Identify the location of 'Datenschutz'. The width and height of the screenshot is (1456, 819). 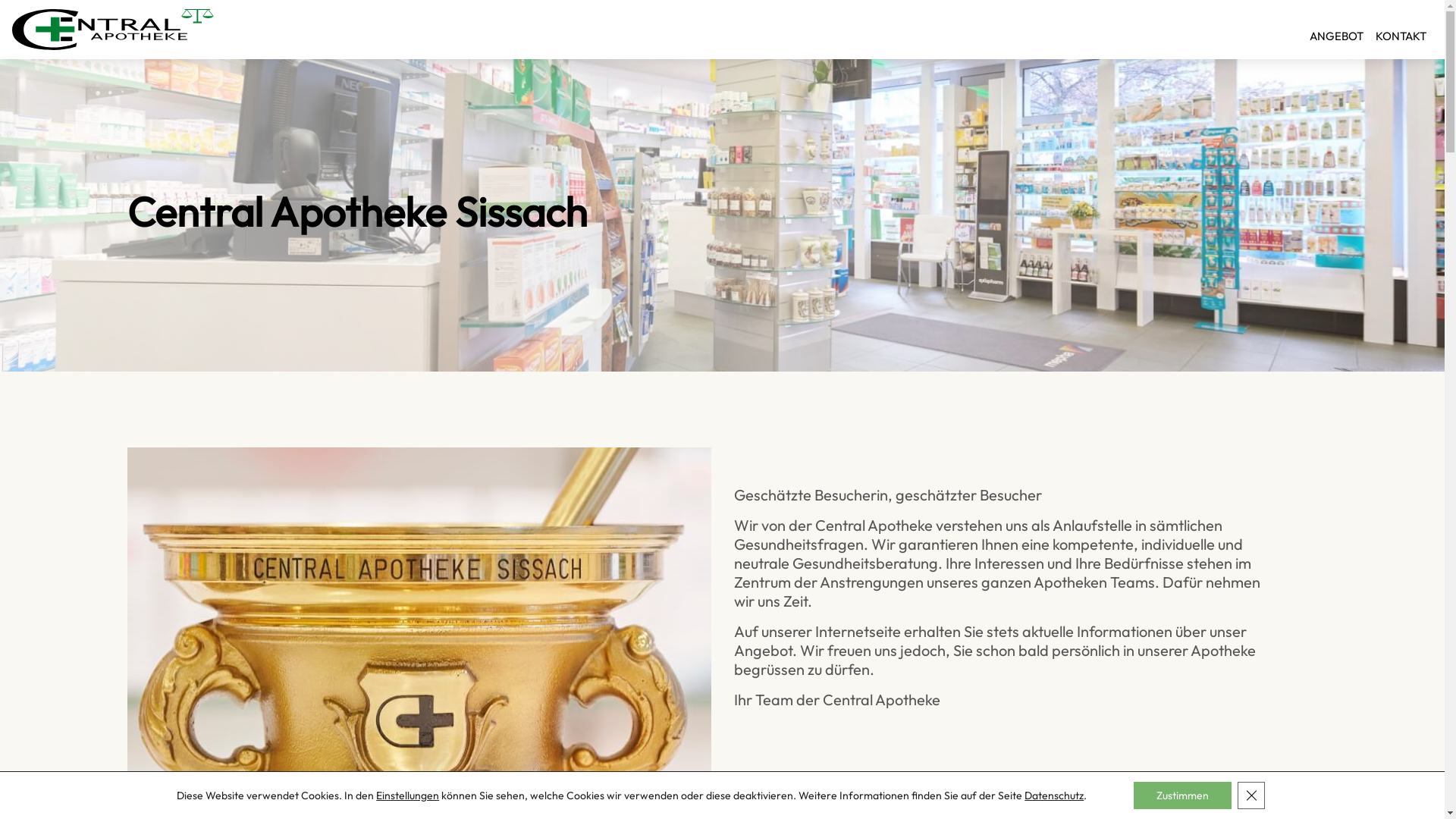
(1053, 795).